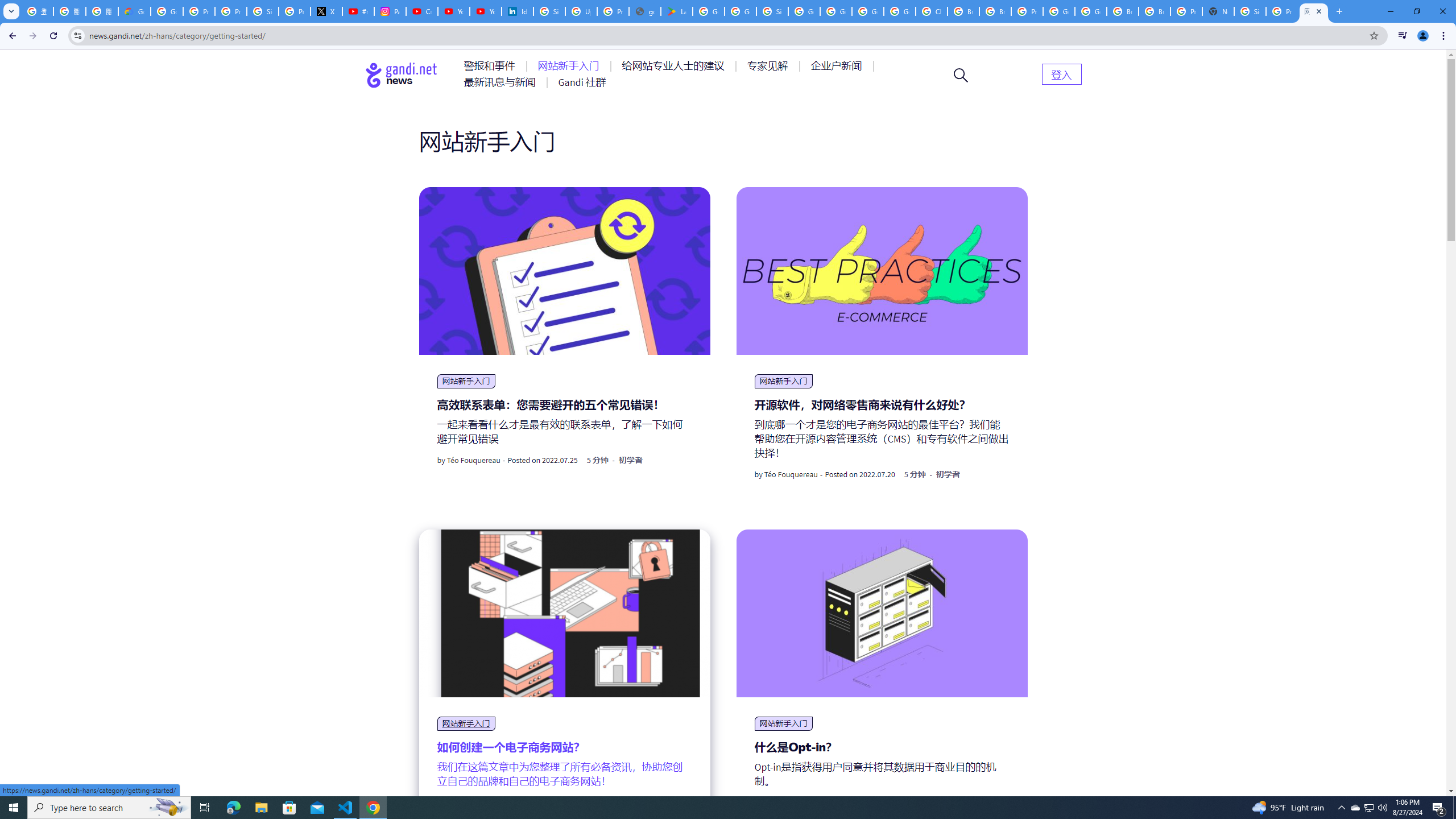 Image resolution: width=1456 pixels, height=819 pixels. What do you see at coordinates (1123, 11) in the screenshot?
I see `'Browse Chrome as a guest - Computer - Google Chrome Help'` at bounding box center [1123, 11].